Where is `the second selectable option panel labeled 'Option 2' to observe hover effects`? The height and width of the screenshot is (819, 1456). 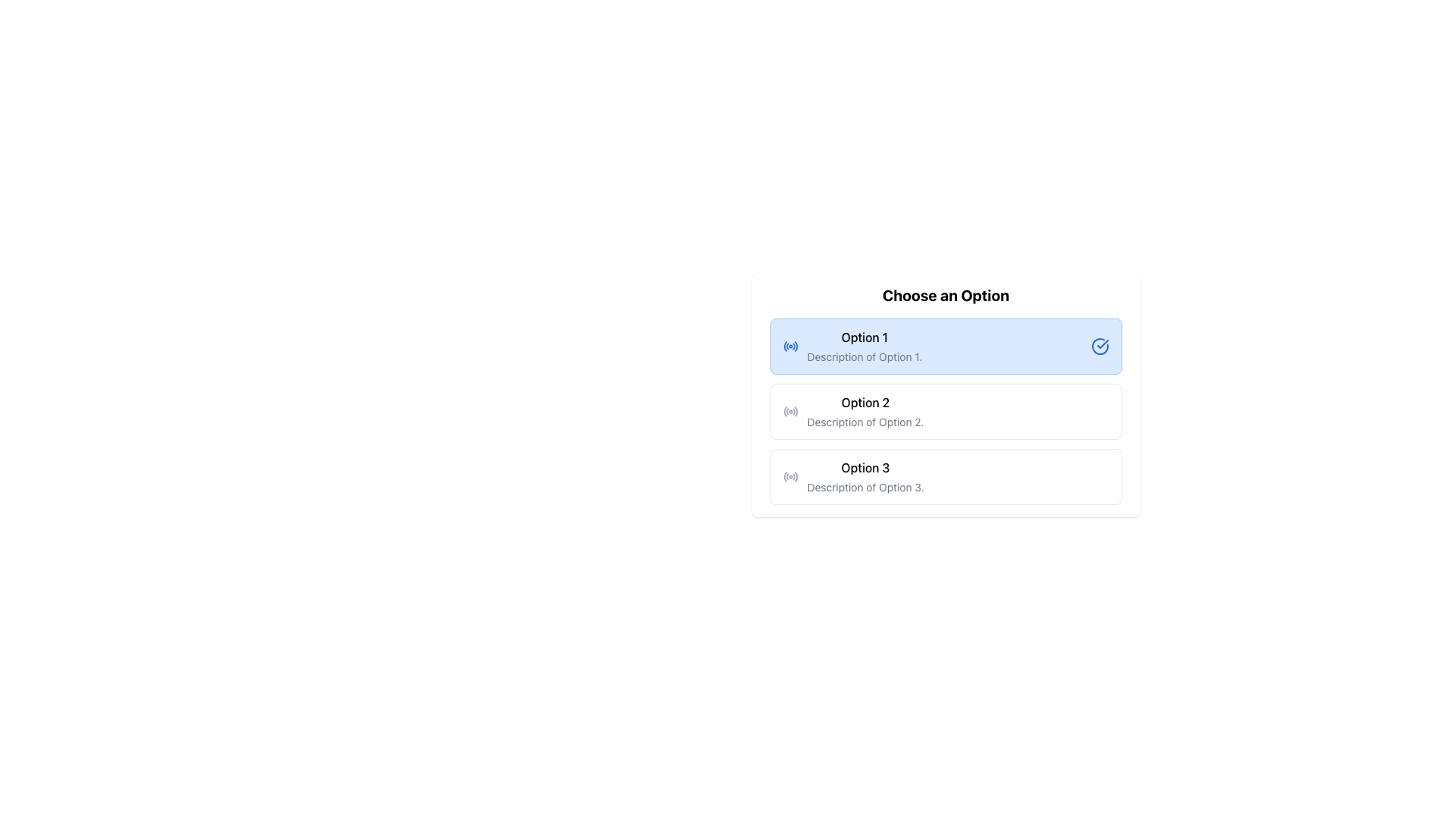 the second selectable option panel labeled 'Option 2' to observe hover effects is located at coordinates (945, 412).